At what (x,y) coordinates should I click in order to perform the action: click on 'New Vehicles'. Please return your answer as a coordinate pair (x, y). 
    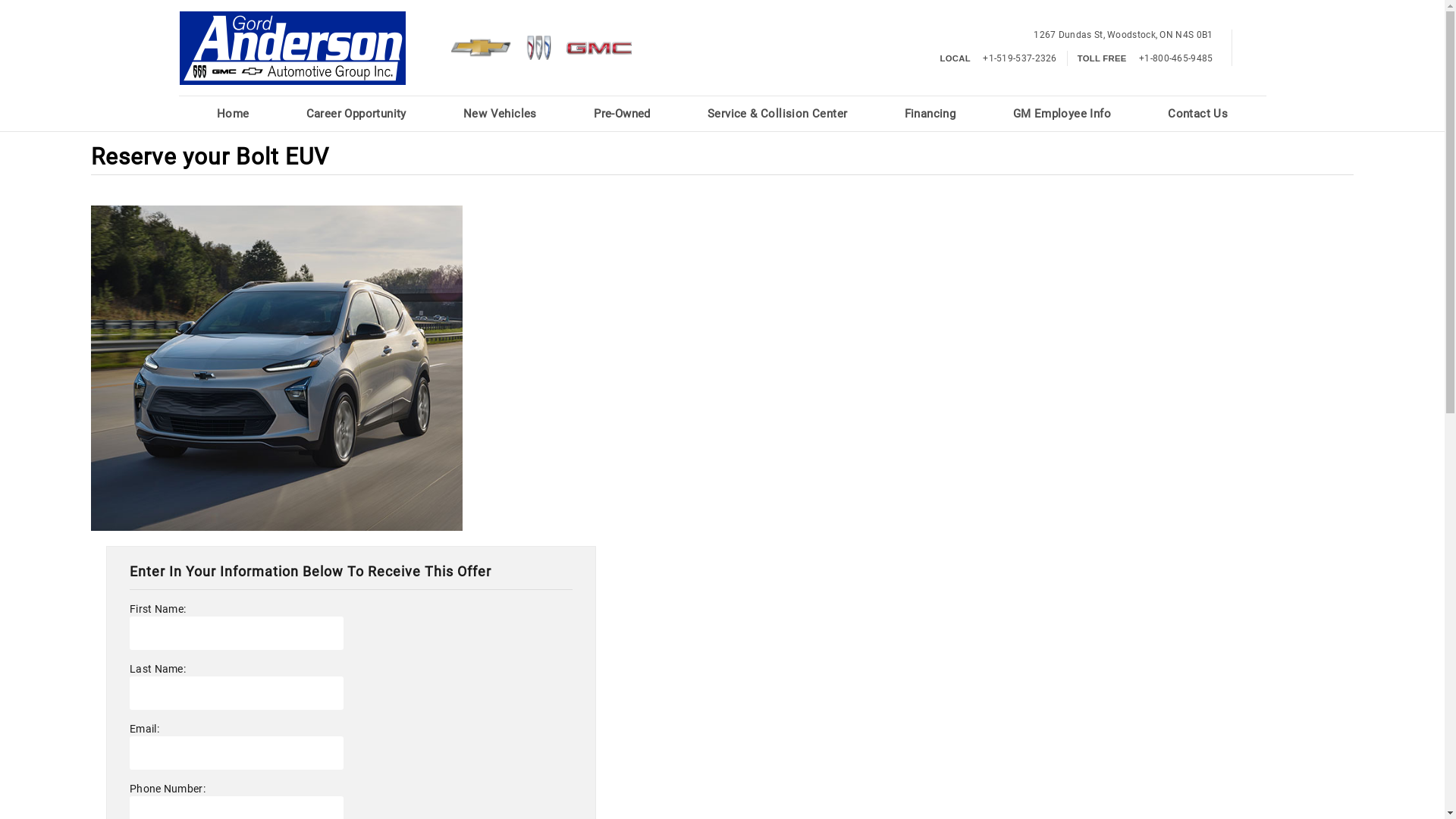
    Looking at the image, I should click on (462, 113).